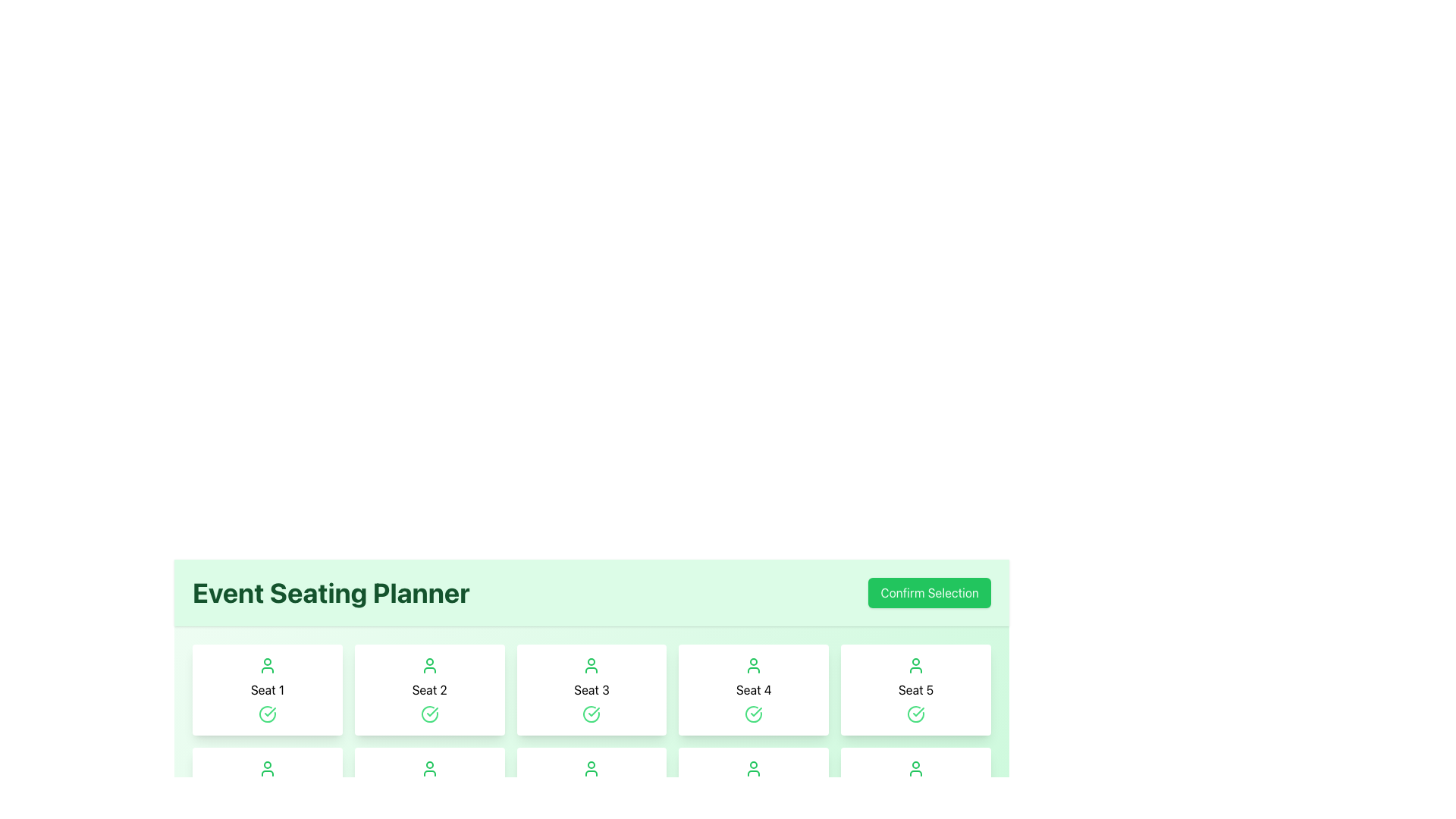  What do you see at coordinates (591, 690) in the screenshot?
I see `the third selectable seat card in the Event Seating Planner` at bounding box center [591, 690].